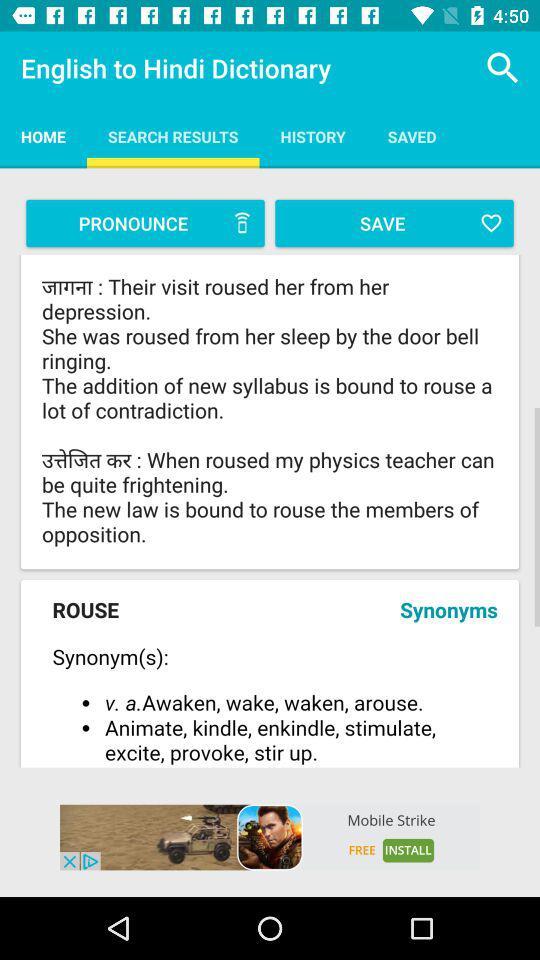 The image size is (540, 960). I want to click on give advertisement information, so click(270, 837).